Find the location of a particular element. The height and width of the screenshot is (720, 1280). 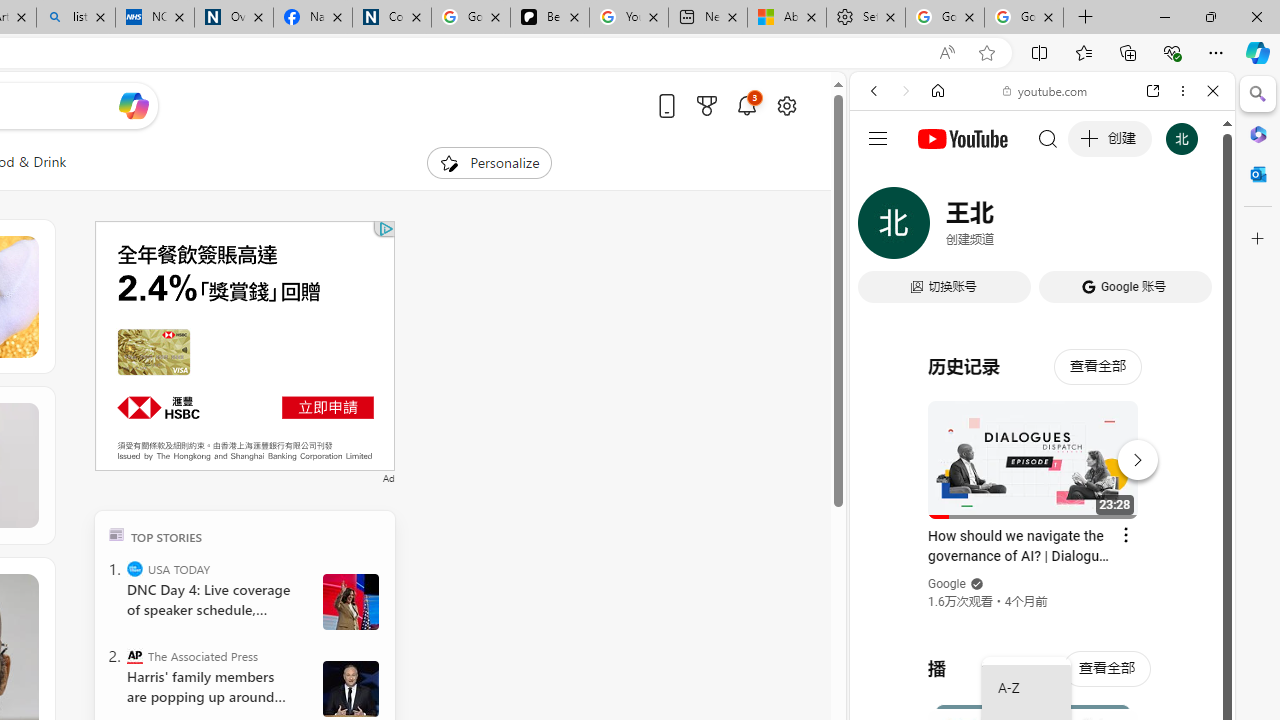

'YouTube' is located at coordinates (1034, 297).